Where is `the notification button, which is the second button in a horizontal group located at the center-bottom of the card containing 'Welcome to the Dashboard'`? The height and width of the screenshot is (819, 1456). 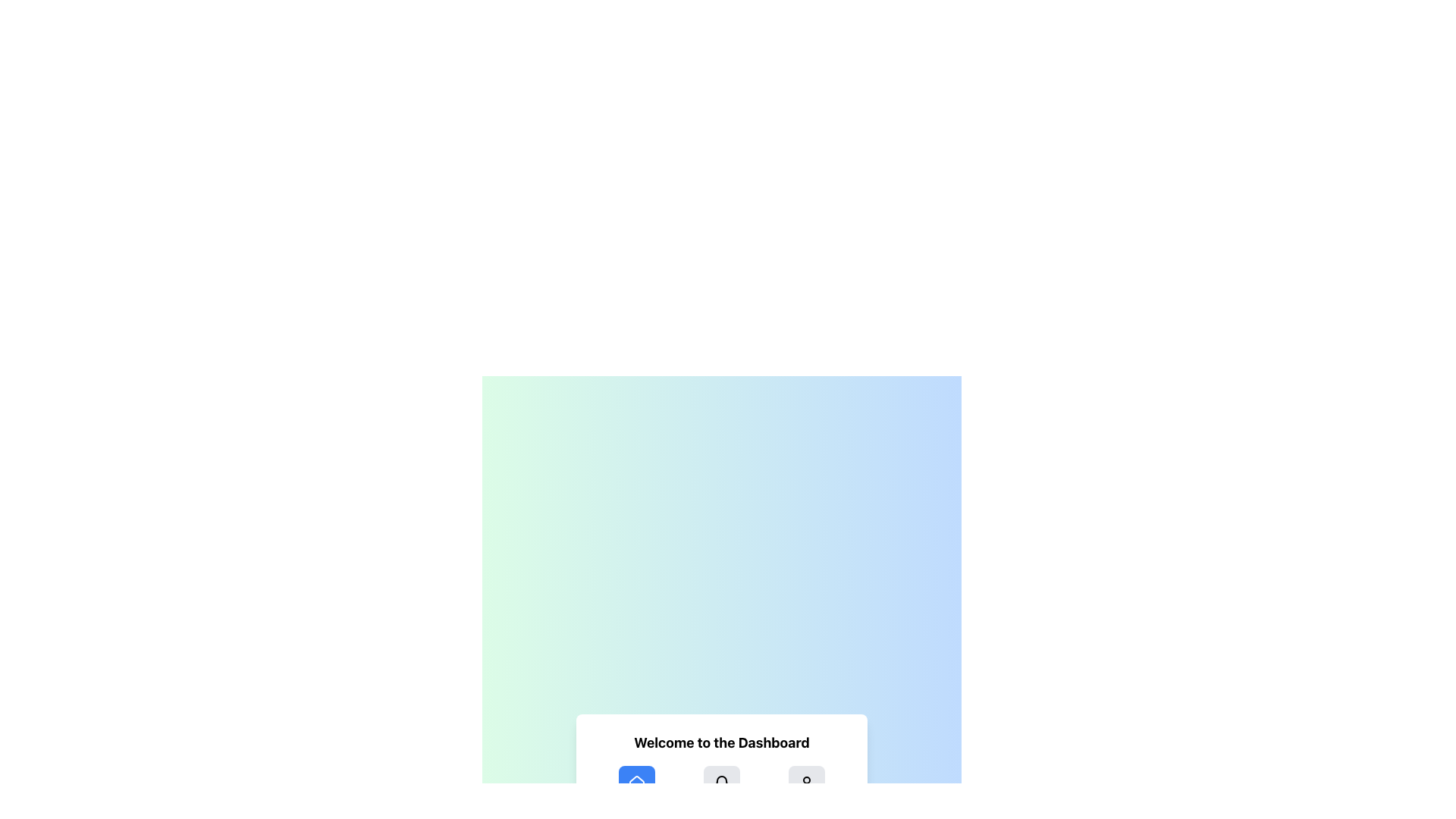 the notification button, which is the second button in a horizontal group located at the center-bottom of the card containing 'Welcome to the Dashboard' is located at coordinates (720, 783).